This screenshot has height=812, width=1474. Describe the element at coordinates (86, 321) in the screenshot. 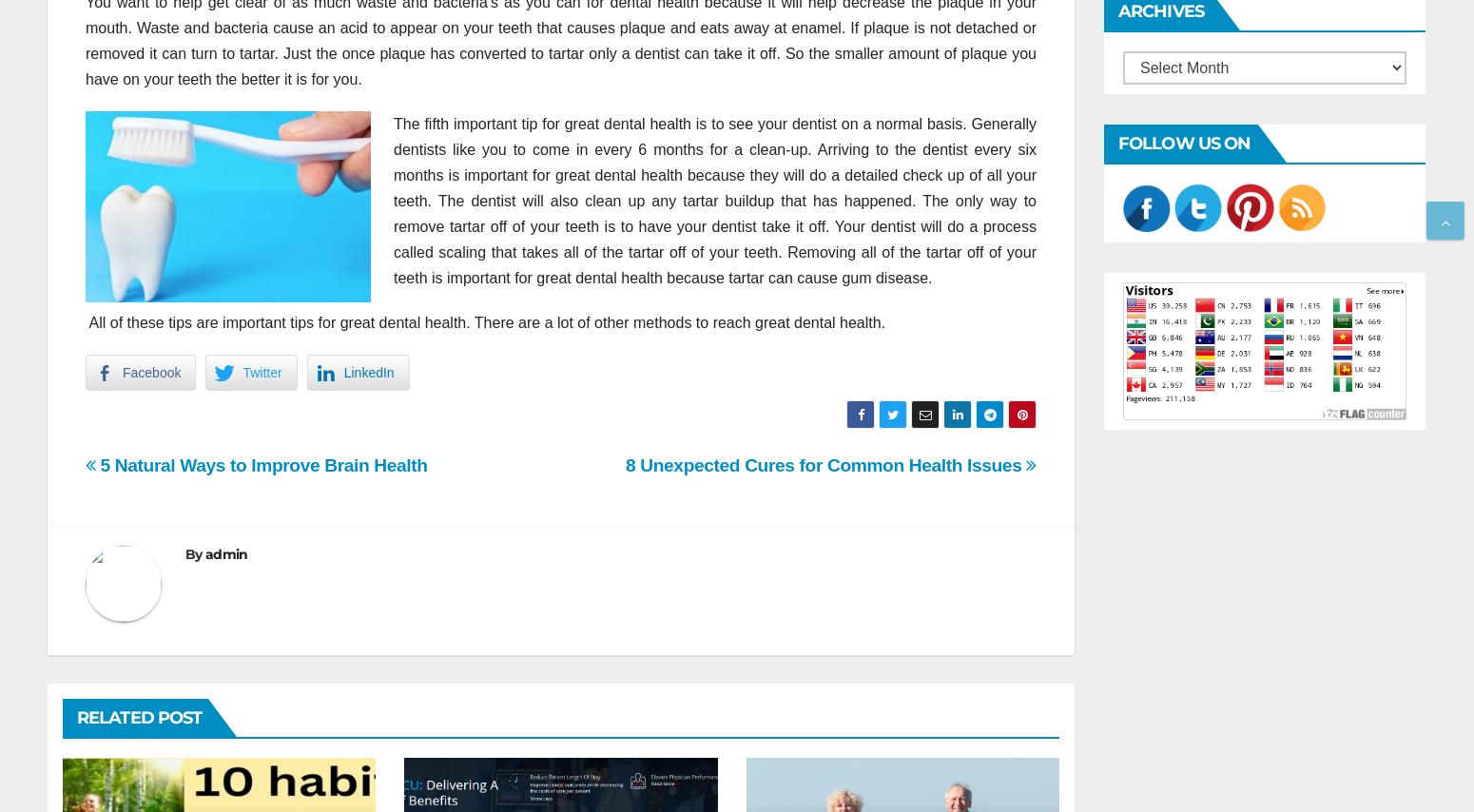

I see `'All of these tips are important tips for great dental health. There are a lot of other methods to reach great dental health.'` at that location.